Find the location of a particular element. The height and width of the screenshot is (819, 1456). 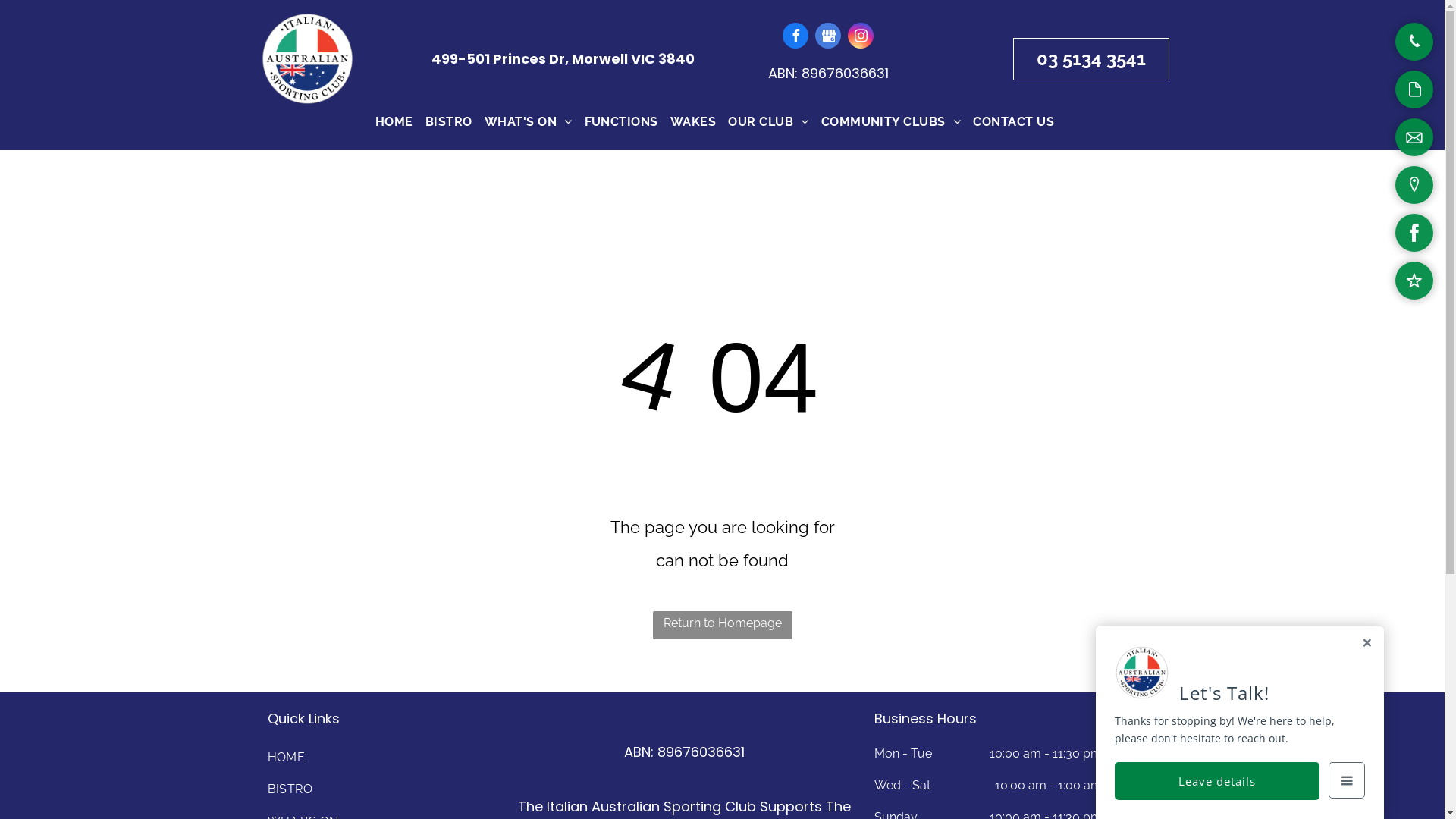

'FUNCTIONS' is located at coordinates (621, 121).